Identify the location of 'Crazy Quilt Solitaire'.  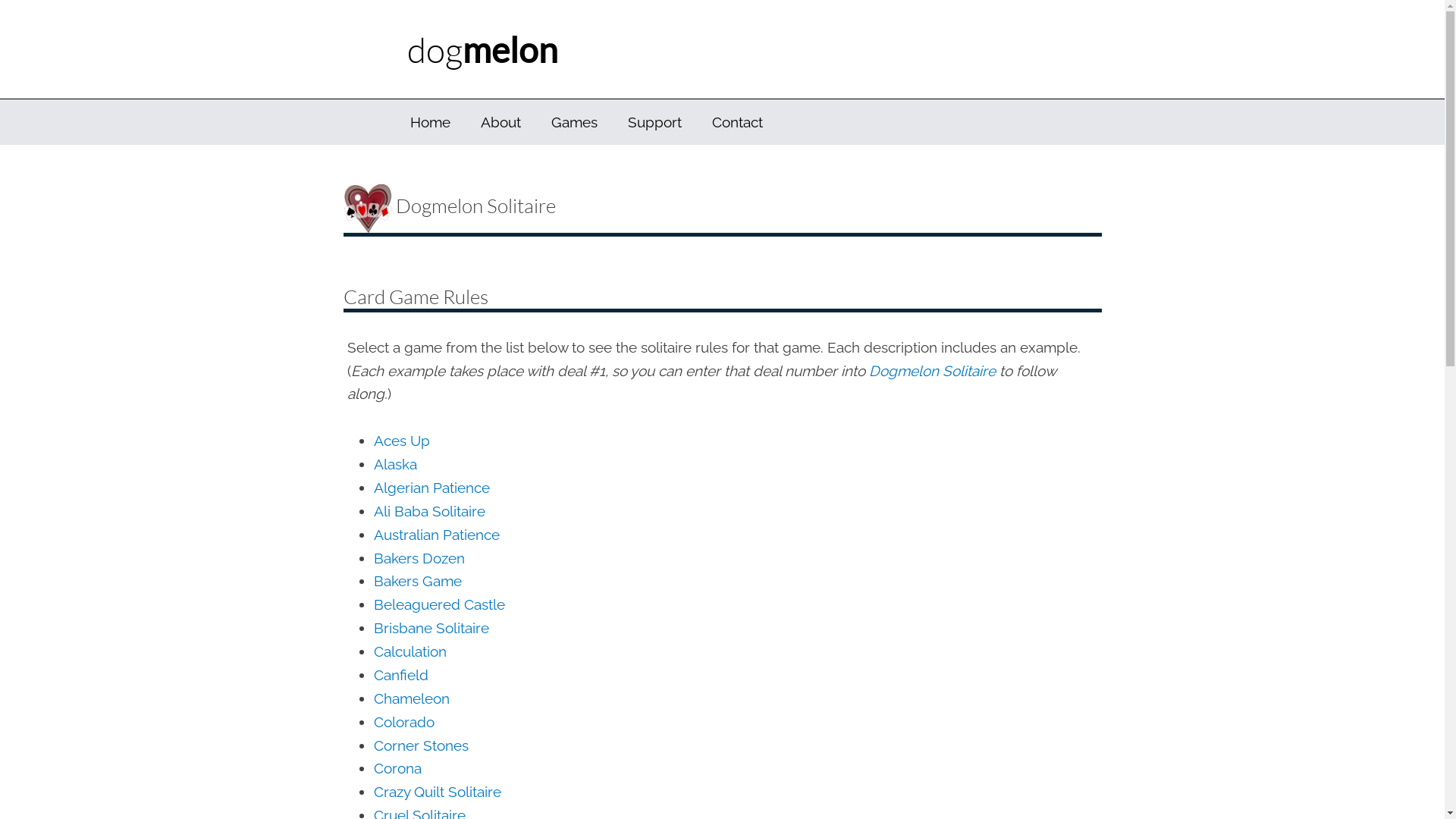
(436, 791).